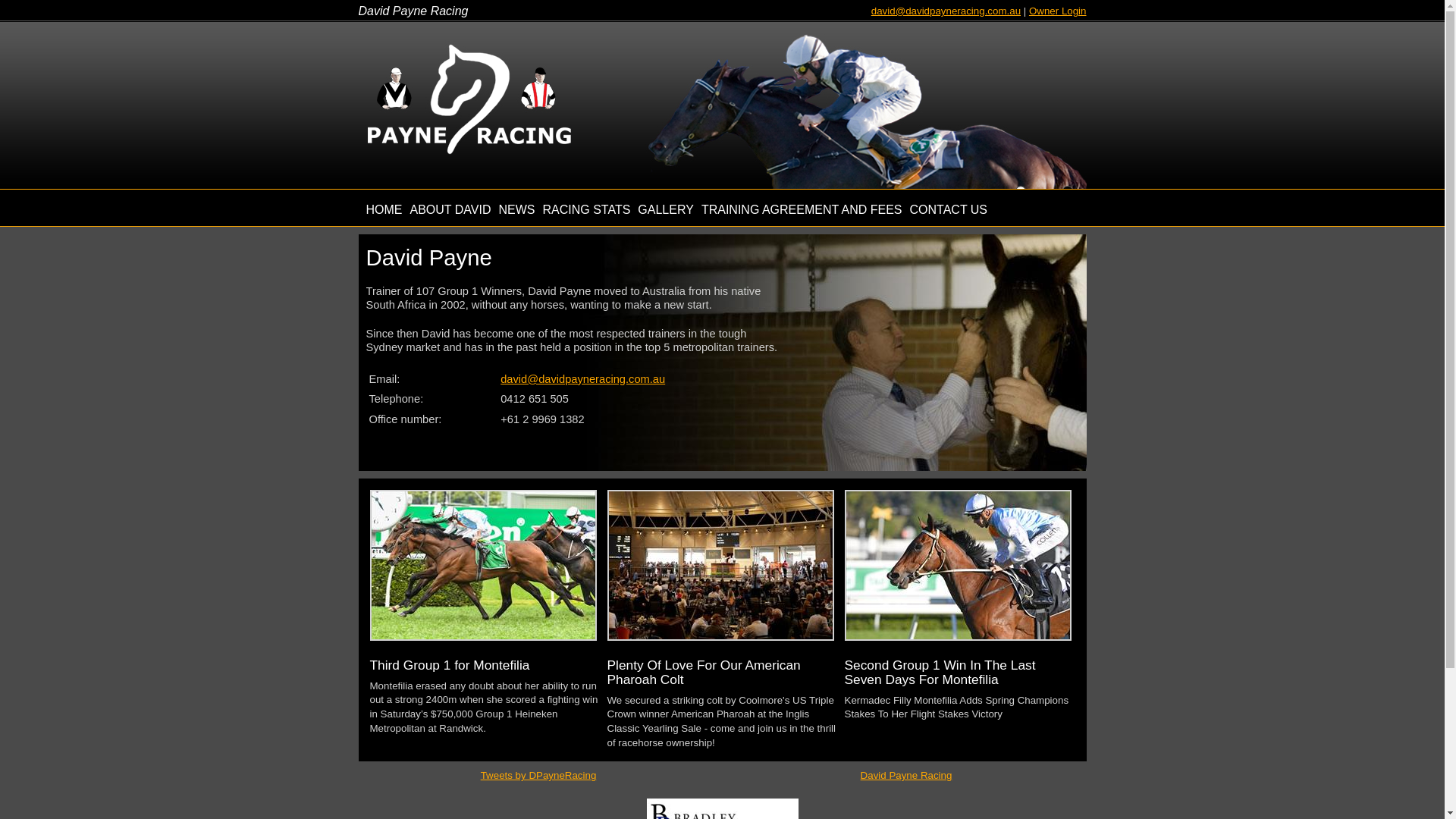 Image resolution: width=1456 pixels, height=819 pixels. What do you see at coordinates (1029, 11) in the screenshot?
I see `'Owner Login'` at bounding box center [1029, 11].